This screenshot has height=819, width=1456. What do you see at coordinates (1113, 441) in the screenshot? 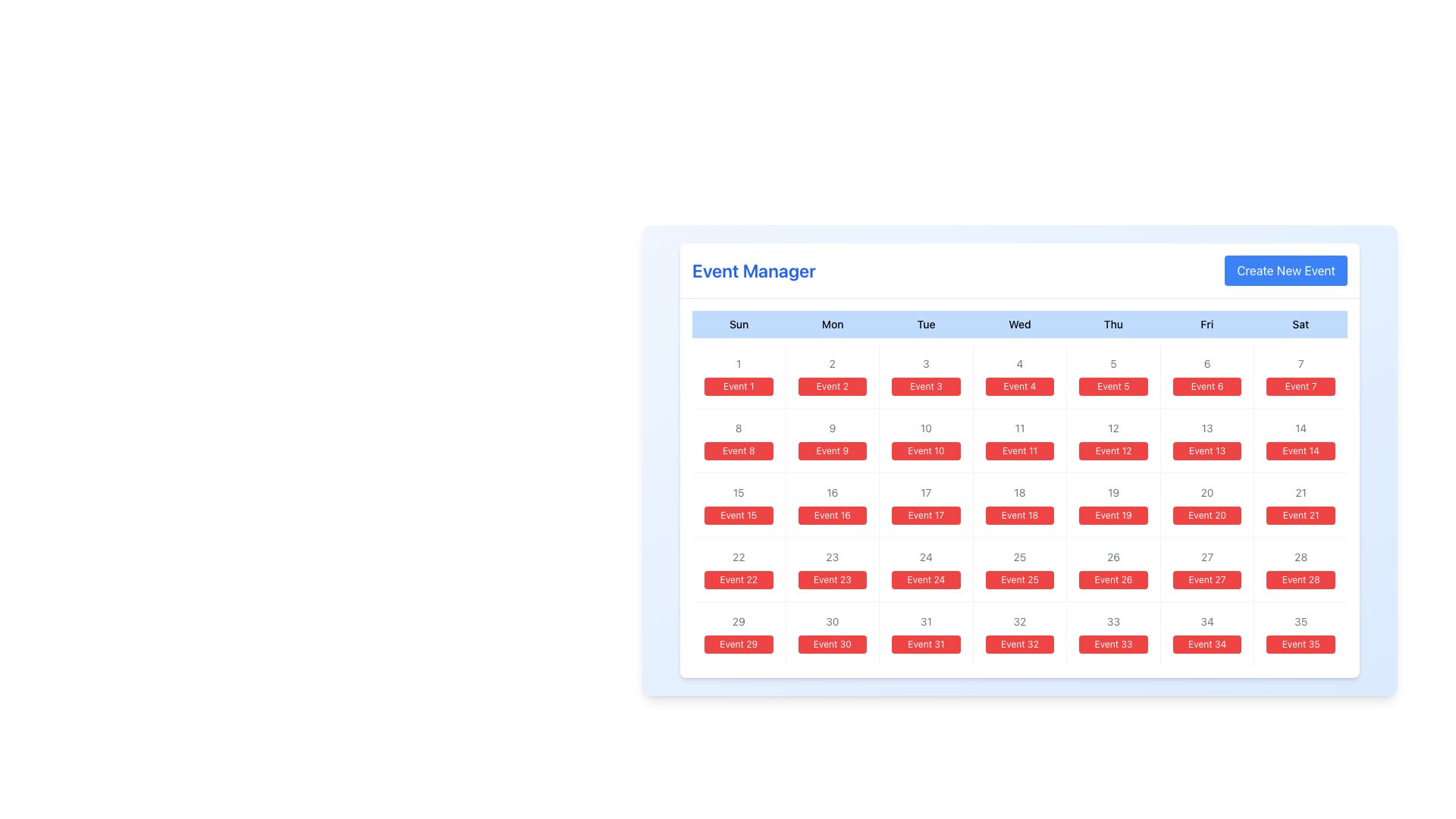
I see `the button representing 'Event 12'` at bounding box center [1113, 441].